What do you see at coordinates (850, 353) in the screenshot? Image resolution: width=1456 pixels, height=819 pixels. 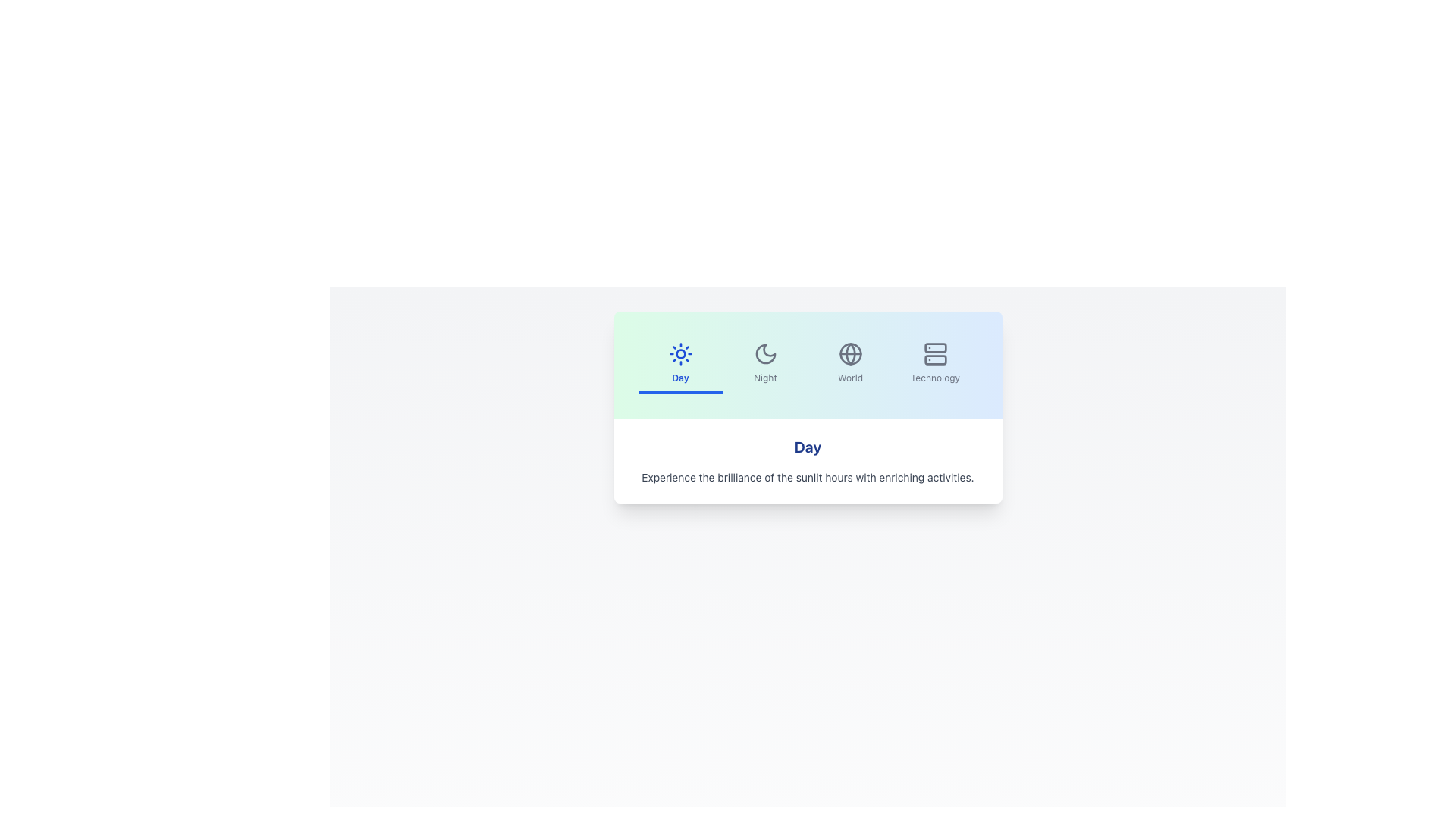 I see `the globe-shaped icon with gray strokes in the 'World' section of the menu` at bounding box center [850, 353].